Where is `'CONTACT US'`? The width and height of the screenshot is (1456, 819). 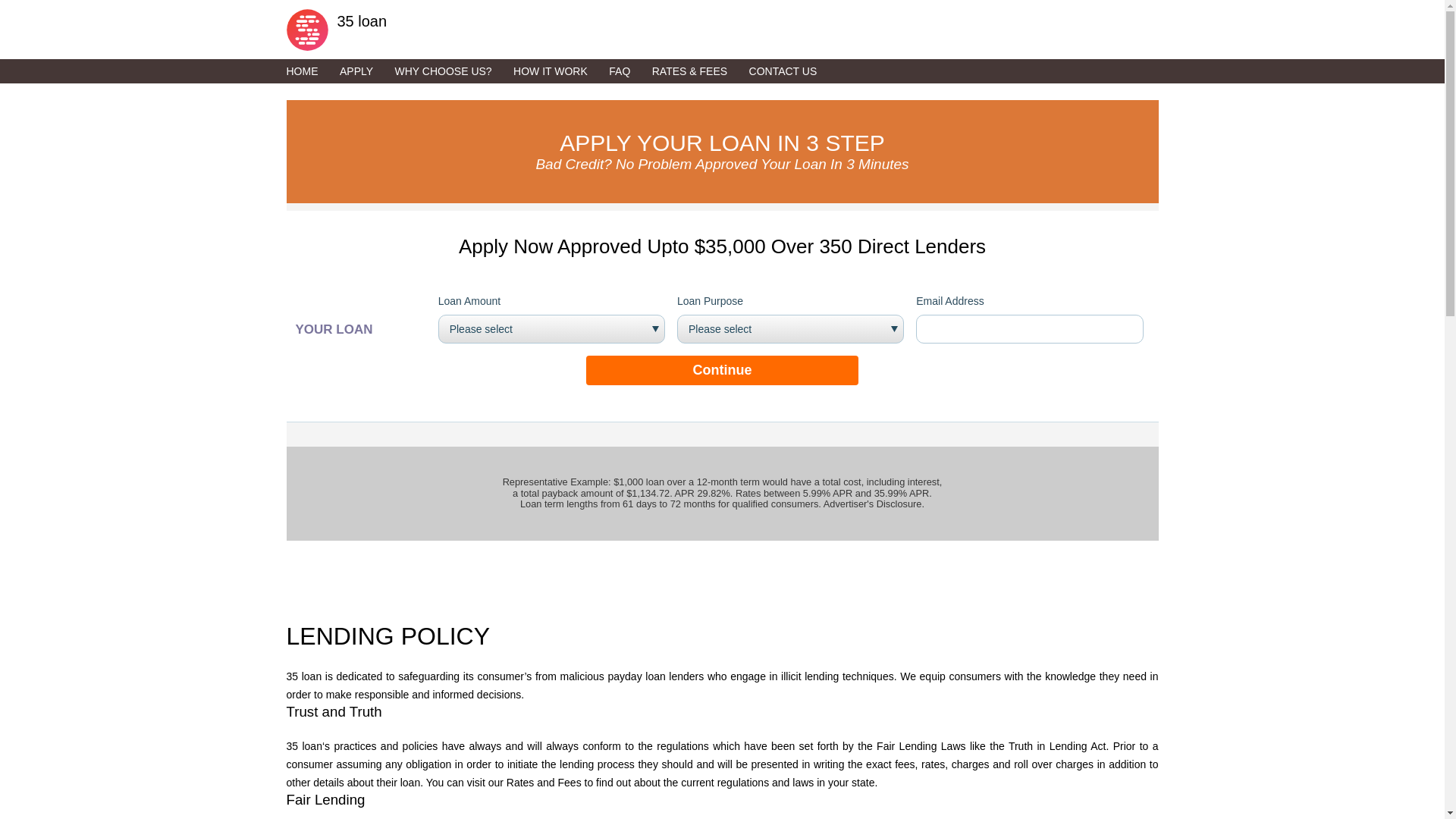
'CONTACT US' is located at coordinates (792, 71).